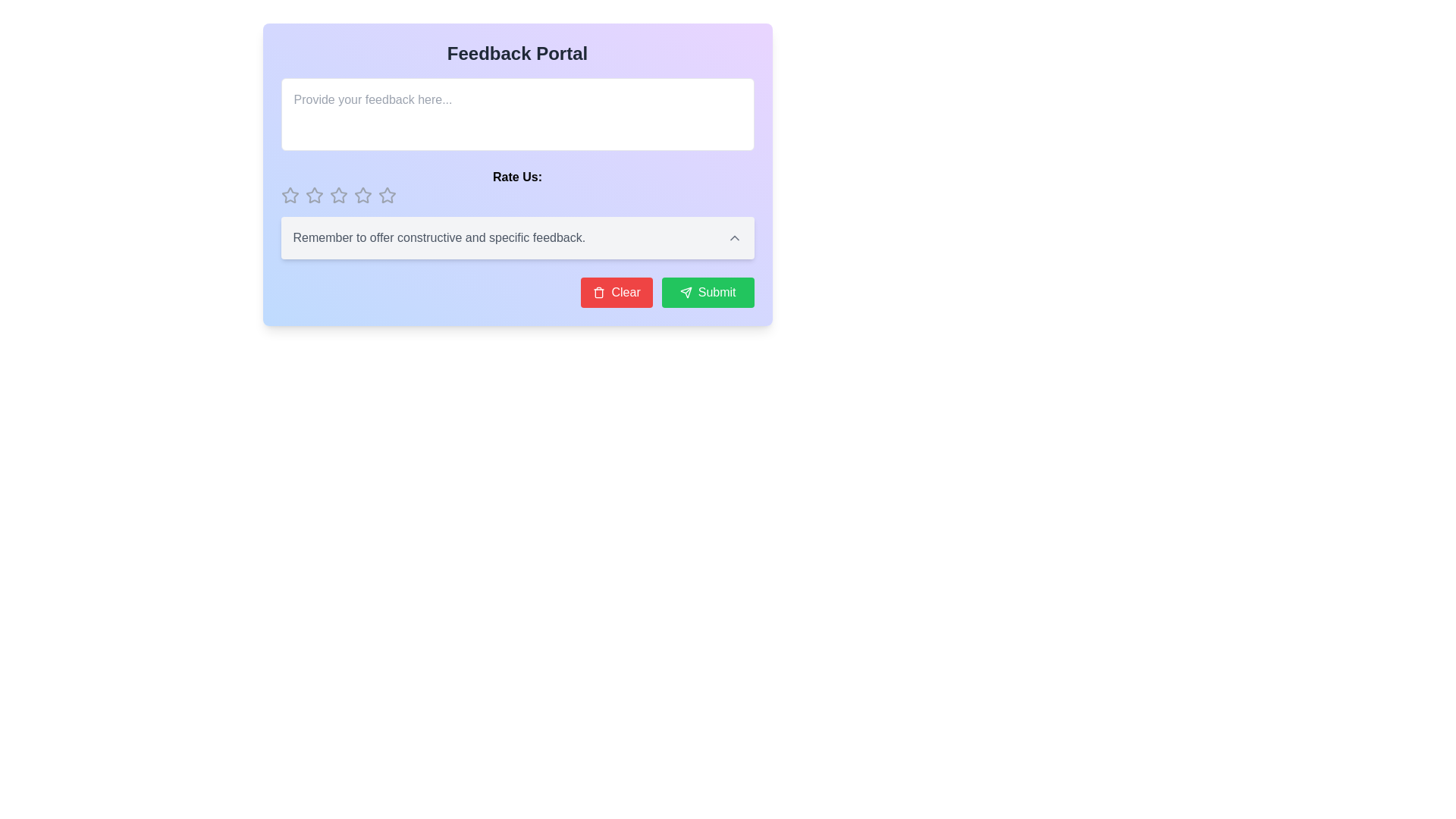 The height and width of the screenshot is (819, 1456). I want to click on the send button icon, which is part of the green 'Submit' button, so click(685, 292).